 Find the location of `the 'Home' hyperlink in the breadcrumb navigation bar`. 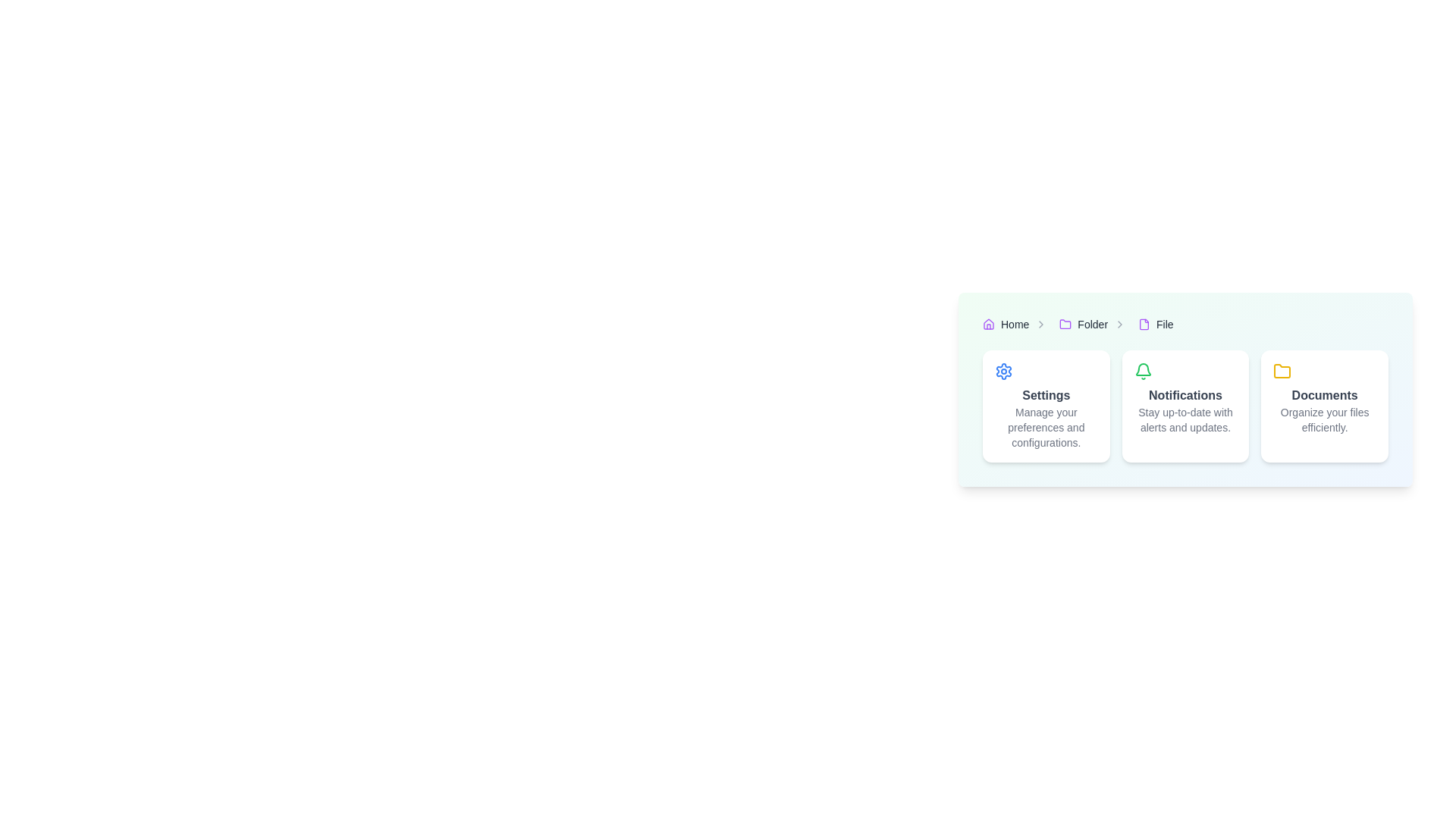

the 'Home' hyperlink in the breadcrumb navigation bar is located at coordinates (1015, 324).